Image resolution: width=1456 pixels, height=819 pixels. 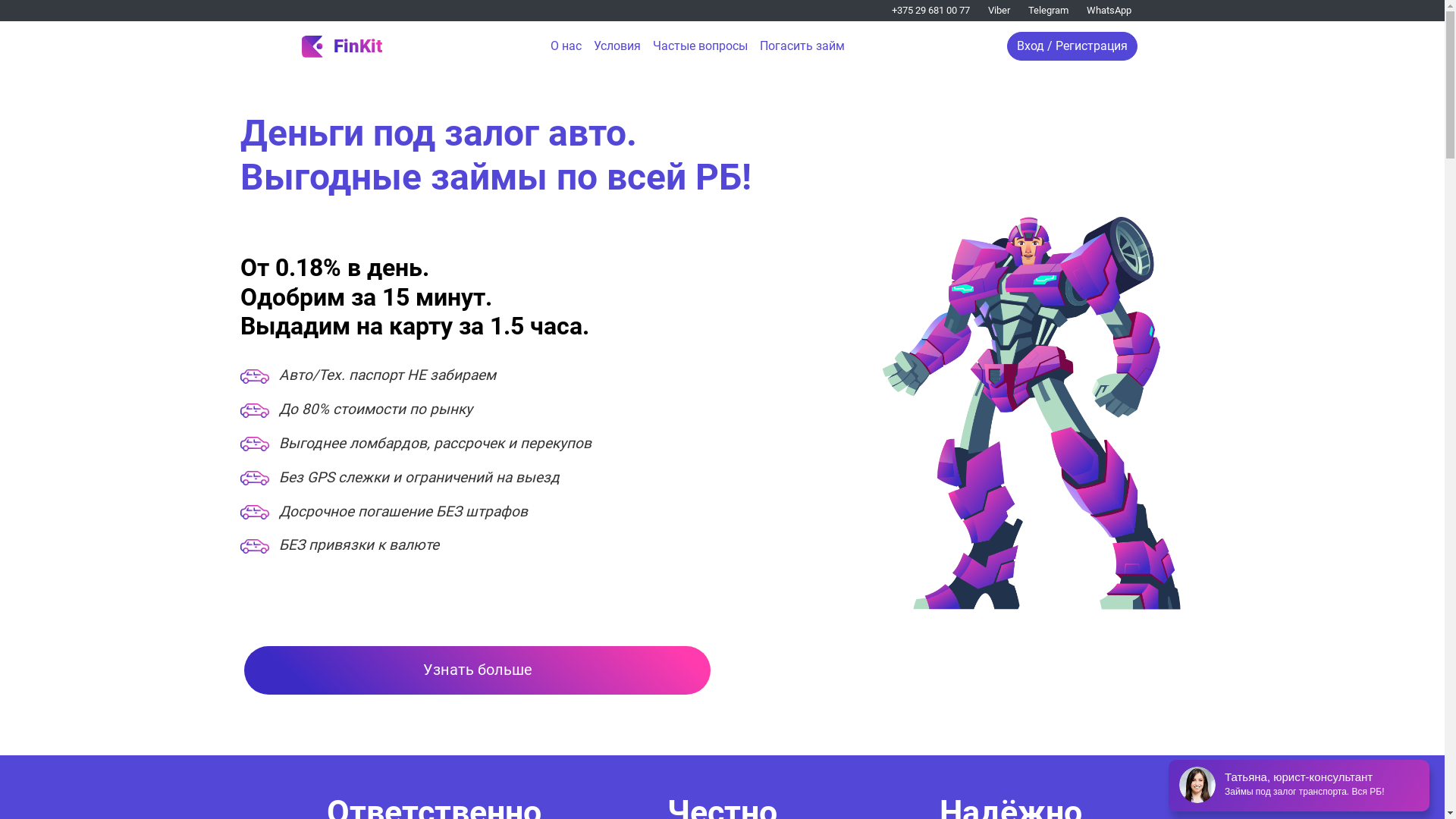 I want to click on 'Viber', so click(x=968, y=11).